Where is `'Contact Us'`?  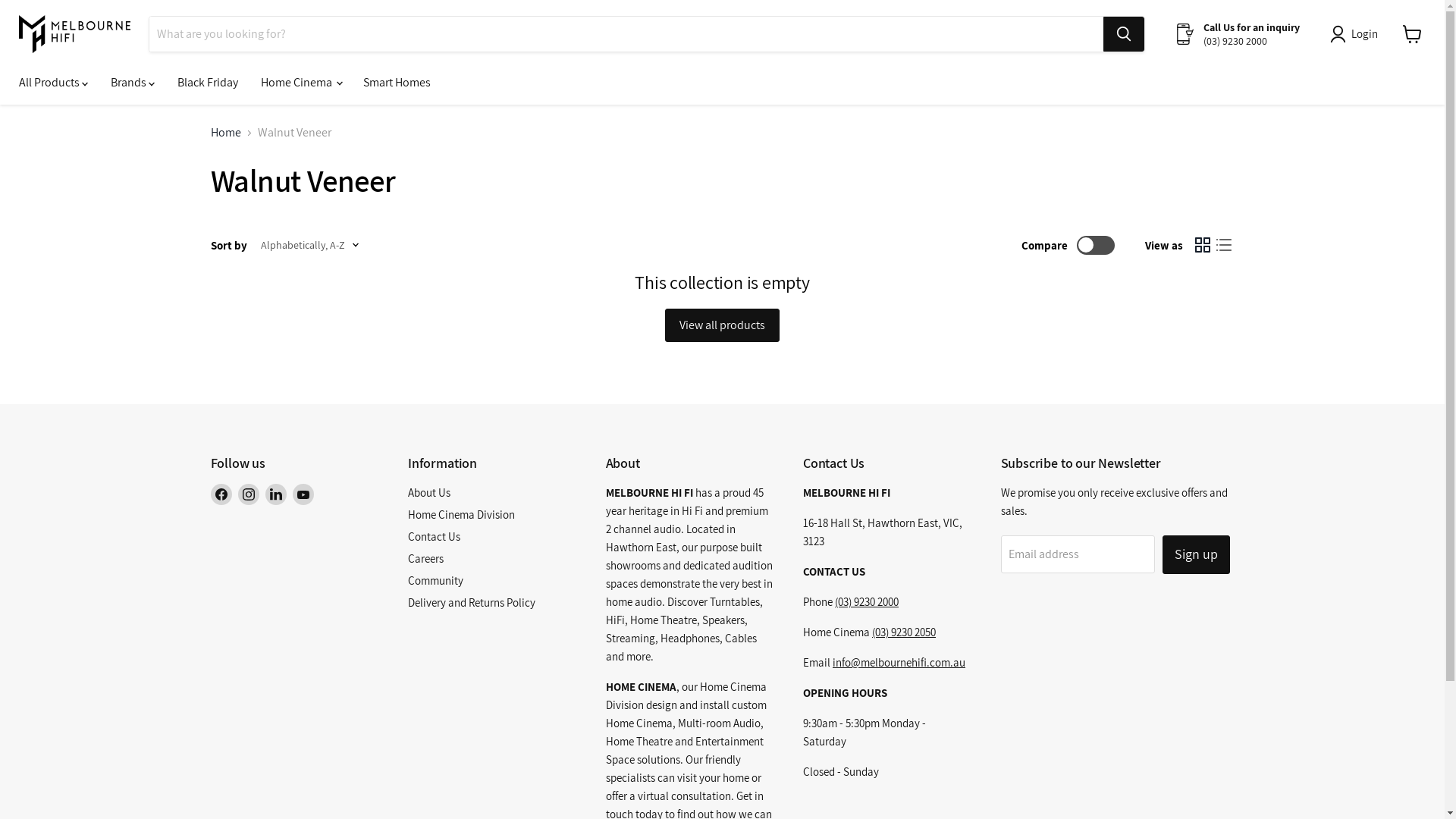
'Contact Us' is located at coordinates (433, 535).